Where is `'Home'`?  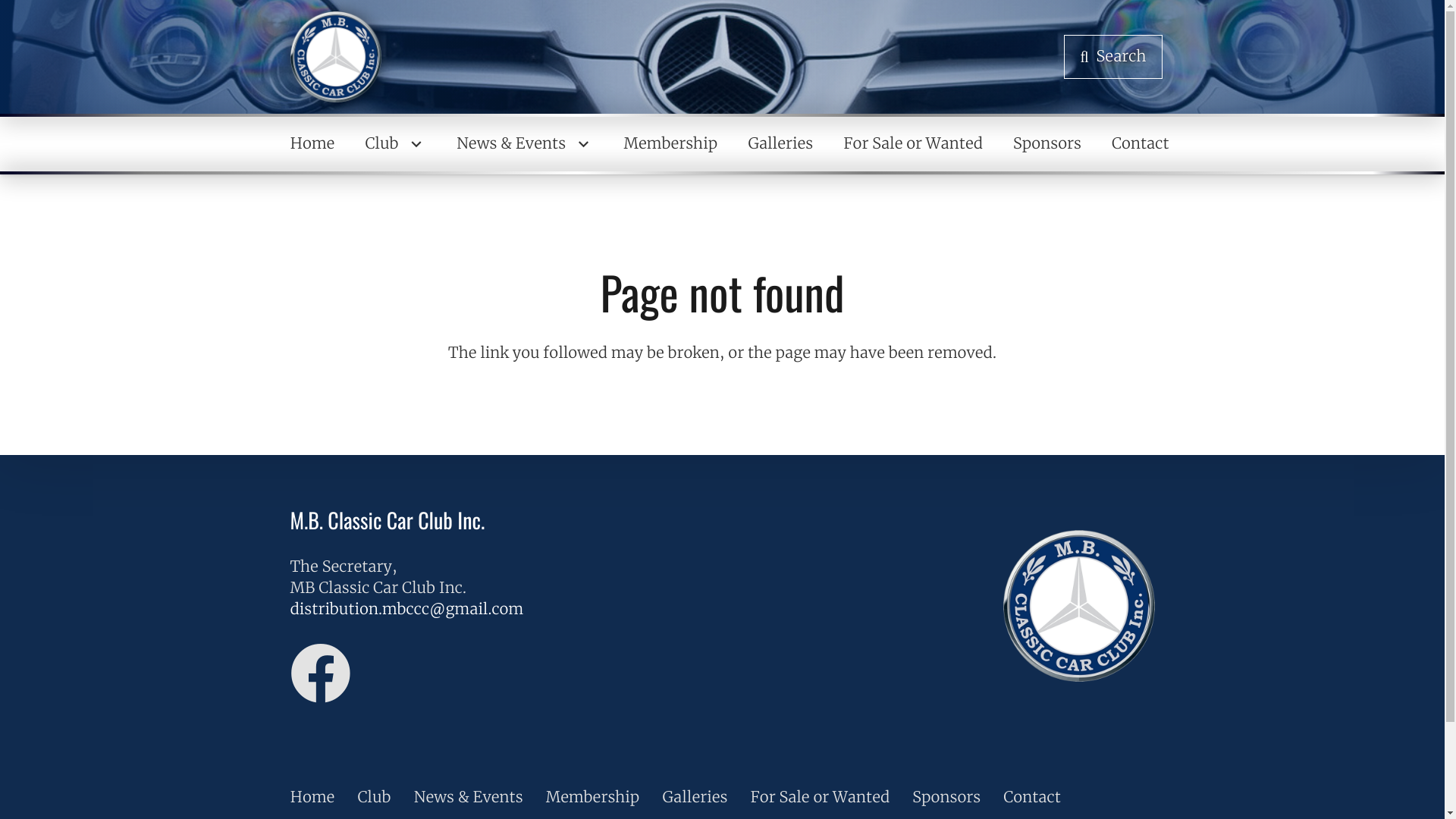 'Home' is located at coordinates (311, 143).